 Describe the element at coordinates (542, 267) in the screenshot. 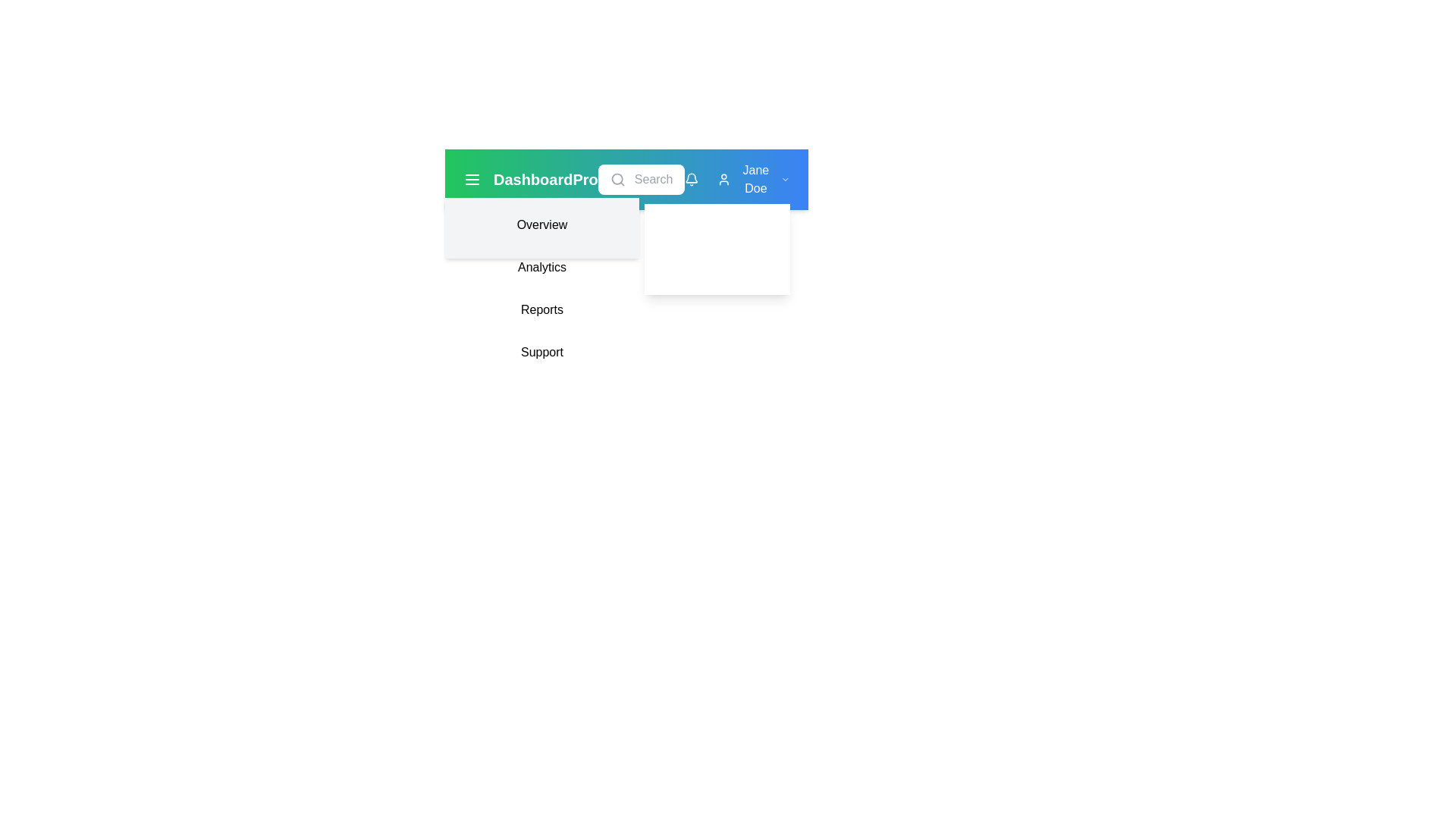

I see `the 'Analytics' button, which is the second item in the vertical menu list, located directly below the 'Overview' item` at that location.